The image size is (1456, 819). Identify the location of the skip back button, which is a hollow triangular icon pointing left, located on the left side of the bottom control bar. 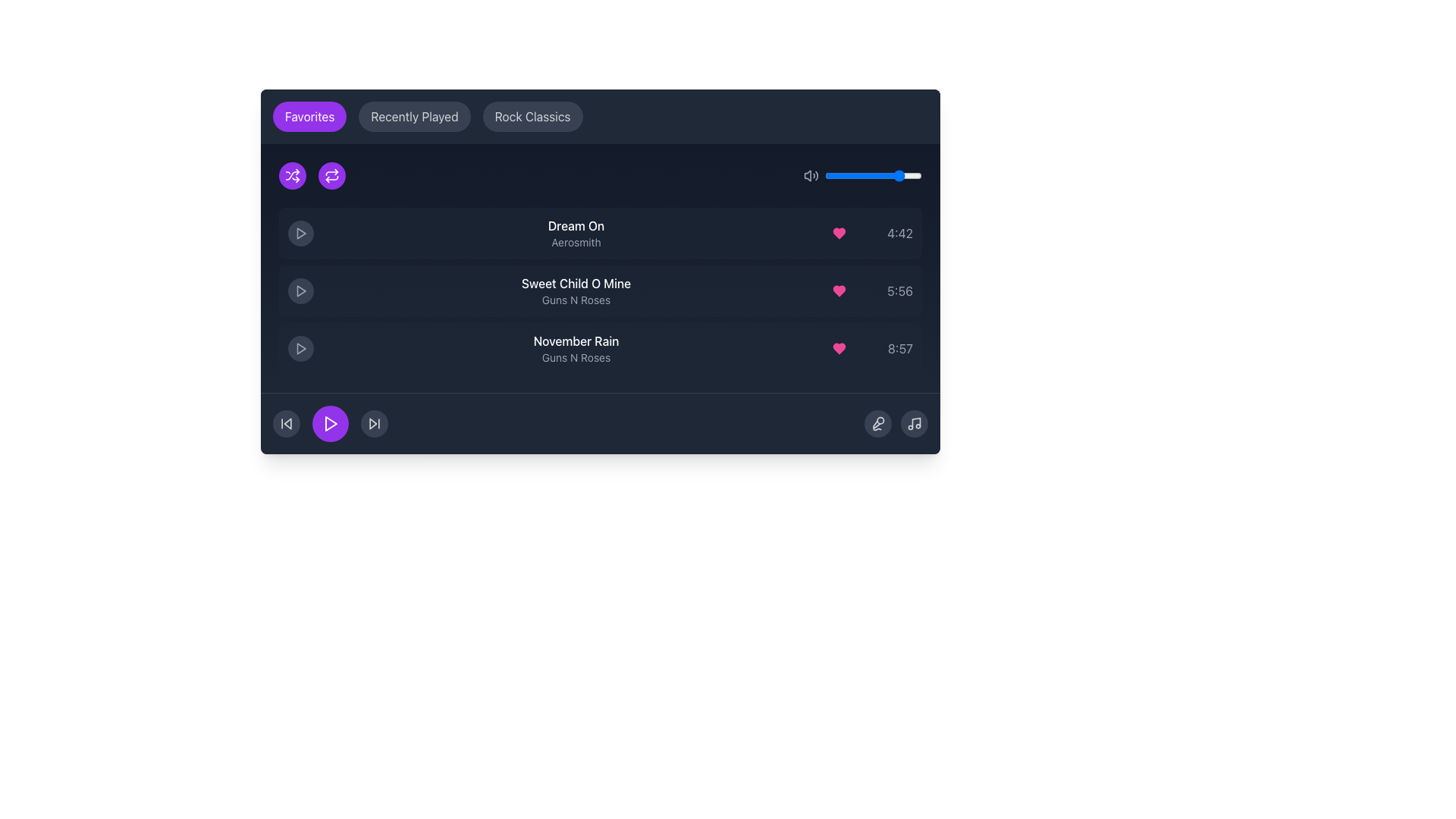
(287, 424).